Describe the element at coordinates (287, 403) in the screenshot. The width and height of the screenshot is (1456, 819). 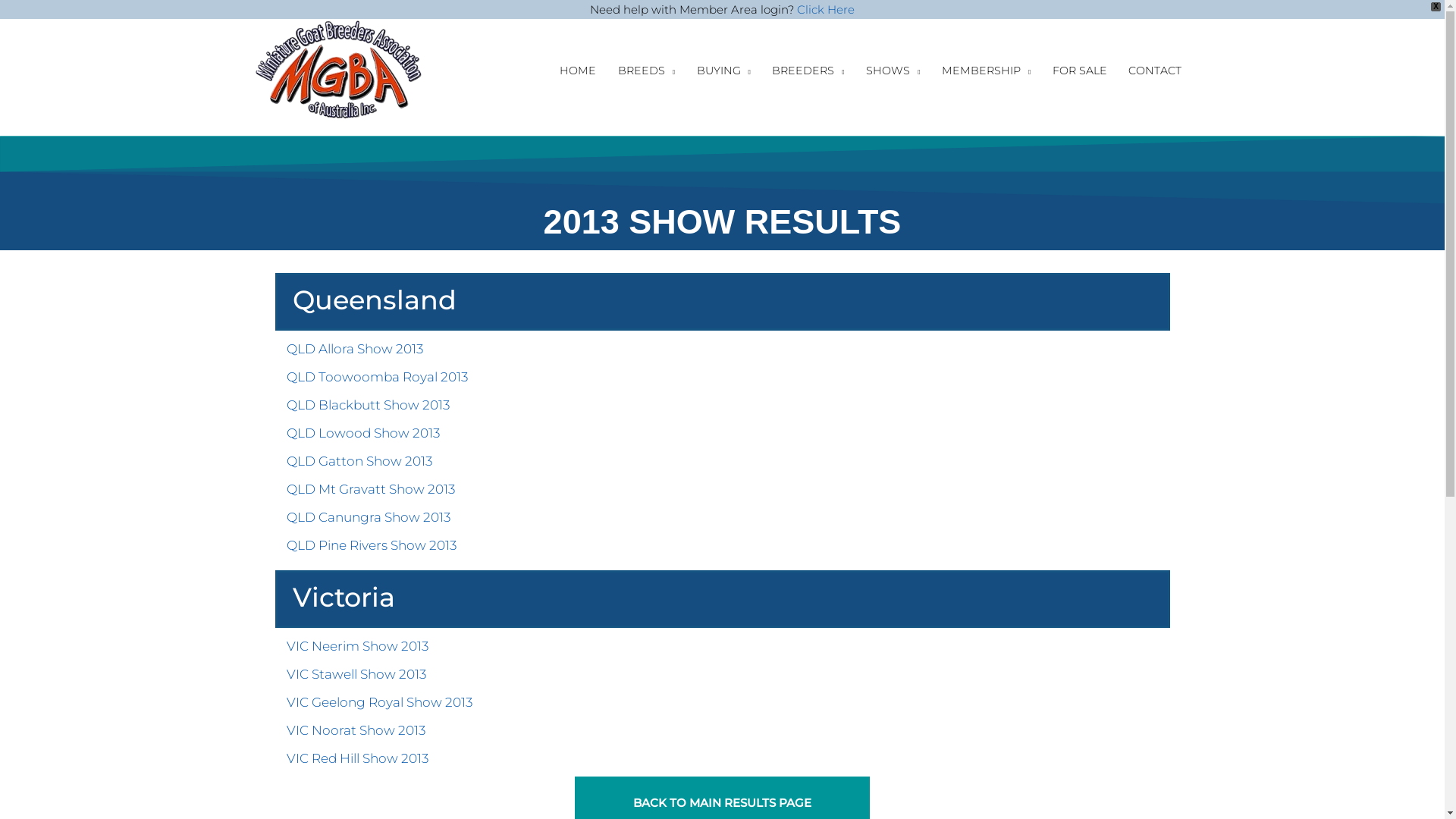
I see `'QLD Blackbutt Show 2013'` at that location.